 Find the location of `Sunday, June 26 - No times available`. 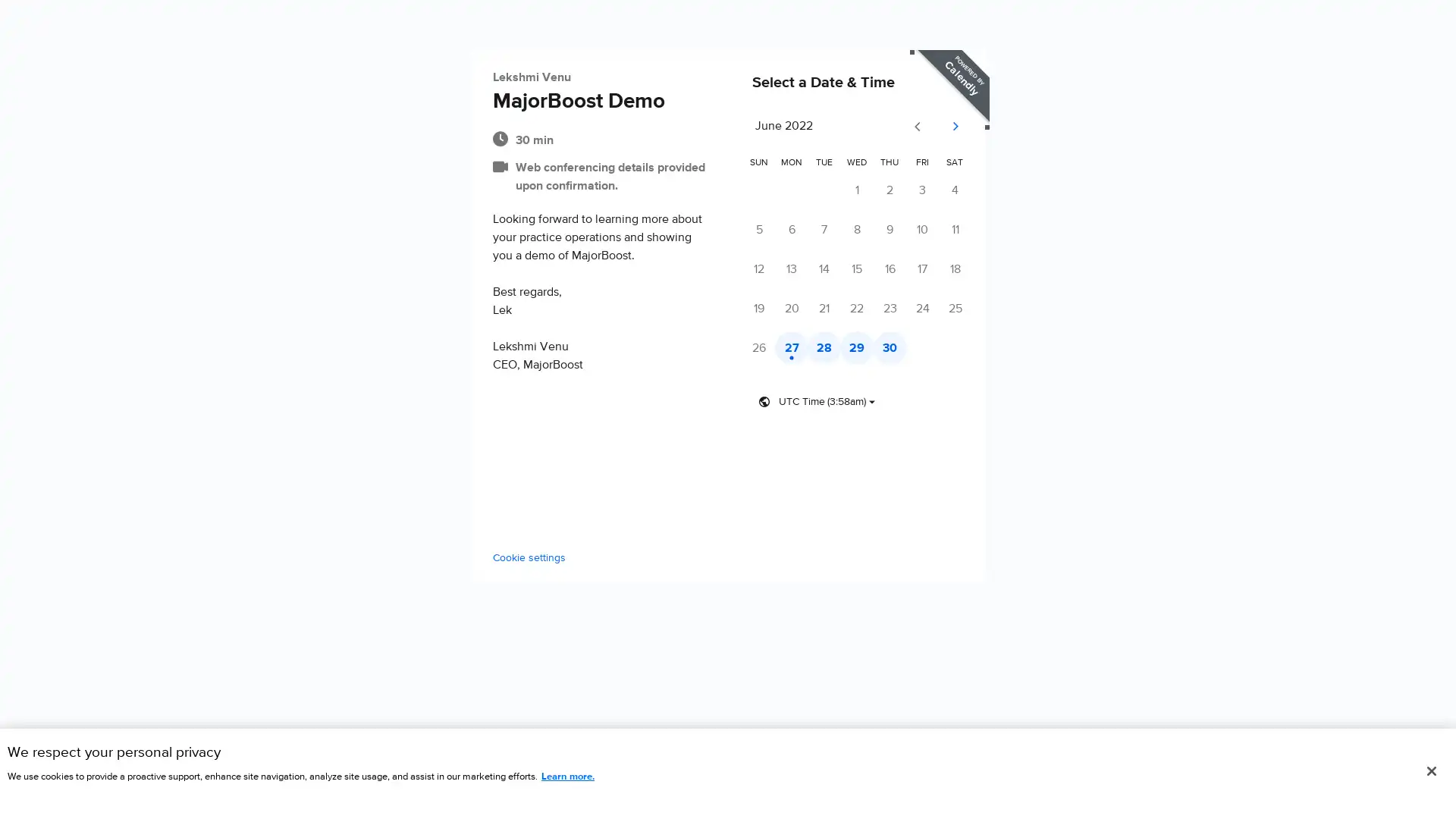

Sunday, June 26 - No times available is located at coordinates (761, 348).